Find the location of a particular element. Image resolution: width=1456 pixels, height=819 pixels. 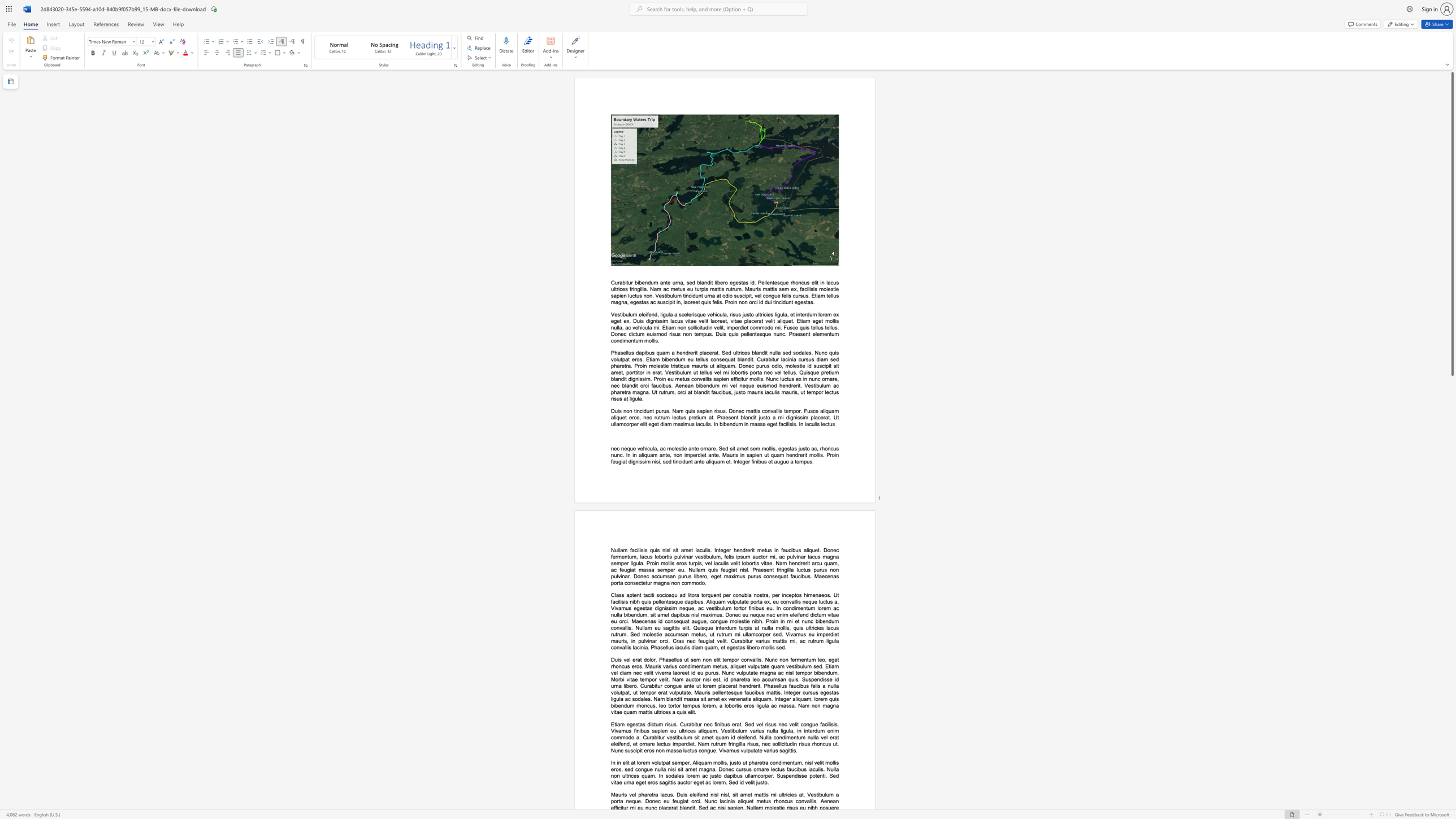

the subset text "us rutrum. Sed molestie accumsan metus, ut rutrum mi ullamcorper sed. Vivamus eu imperdiet mauris, in pulvinar orci. Cras nec feugiat velit" within the text "Class aptent taciti sociosqu ad litora torquent per conubia nostra, per inceptos himenaeos. Ut facilisis nibh quis pellentesque dapibus. Aliquam vulputate porta ex, eu convallis neque luctus a. Vivamus egestas dignissim neque, ac vestibulum tortor finibus eu. In condimentum lorem ac nulla bibendum, sit amet dapibus nisl maximus. Donec eu neque nec enim eleifend dictum vitae eu orci. Maecenas id consequat augue, congue molestie nibh. Proin in mi et nunc bibendum convallis. Nullam eu sagittis elit. Quisque interdum turpis at nulla mollis, quis ultricies lacus rutrum. Sed molestie accumsan metus, ut rutrum mi ullamcorper sed. Vivamus eu imperdiet mauris, in pulvinar orci. Cras nec feugiat velit. Curabitur varius mattis mi, ac rutrum ligula convallis lacinia. Phasellus iaculis diam quam, et egestas libero mollis sed." is located at coordinates (833, 627).